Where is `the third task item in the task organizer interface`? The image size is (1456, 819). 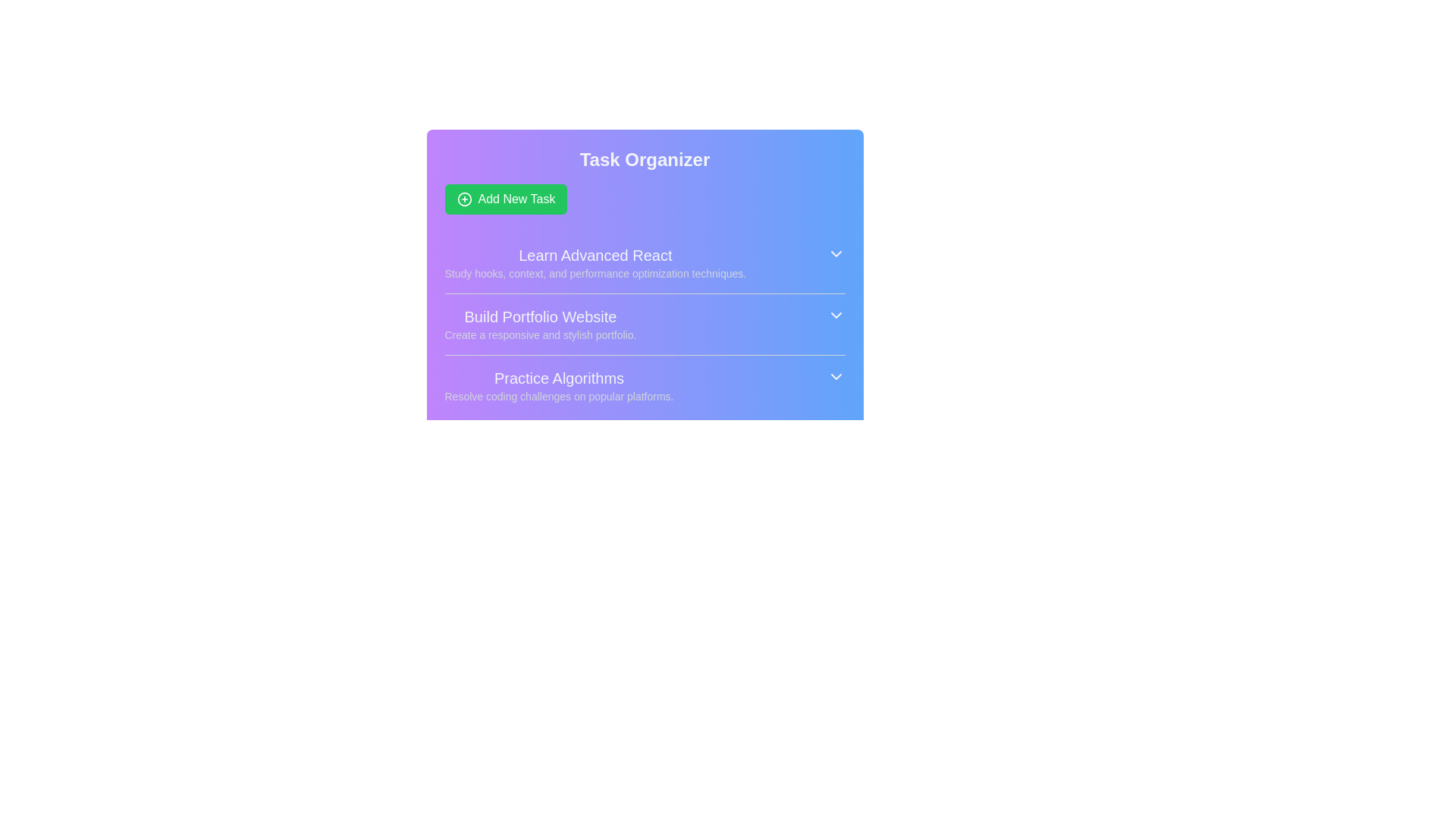 the third task item in the task organizer interface is located at coordinates (645, 384).